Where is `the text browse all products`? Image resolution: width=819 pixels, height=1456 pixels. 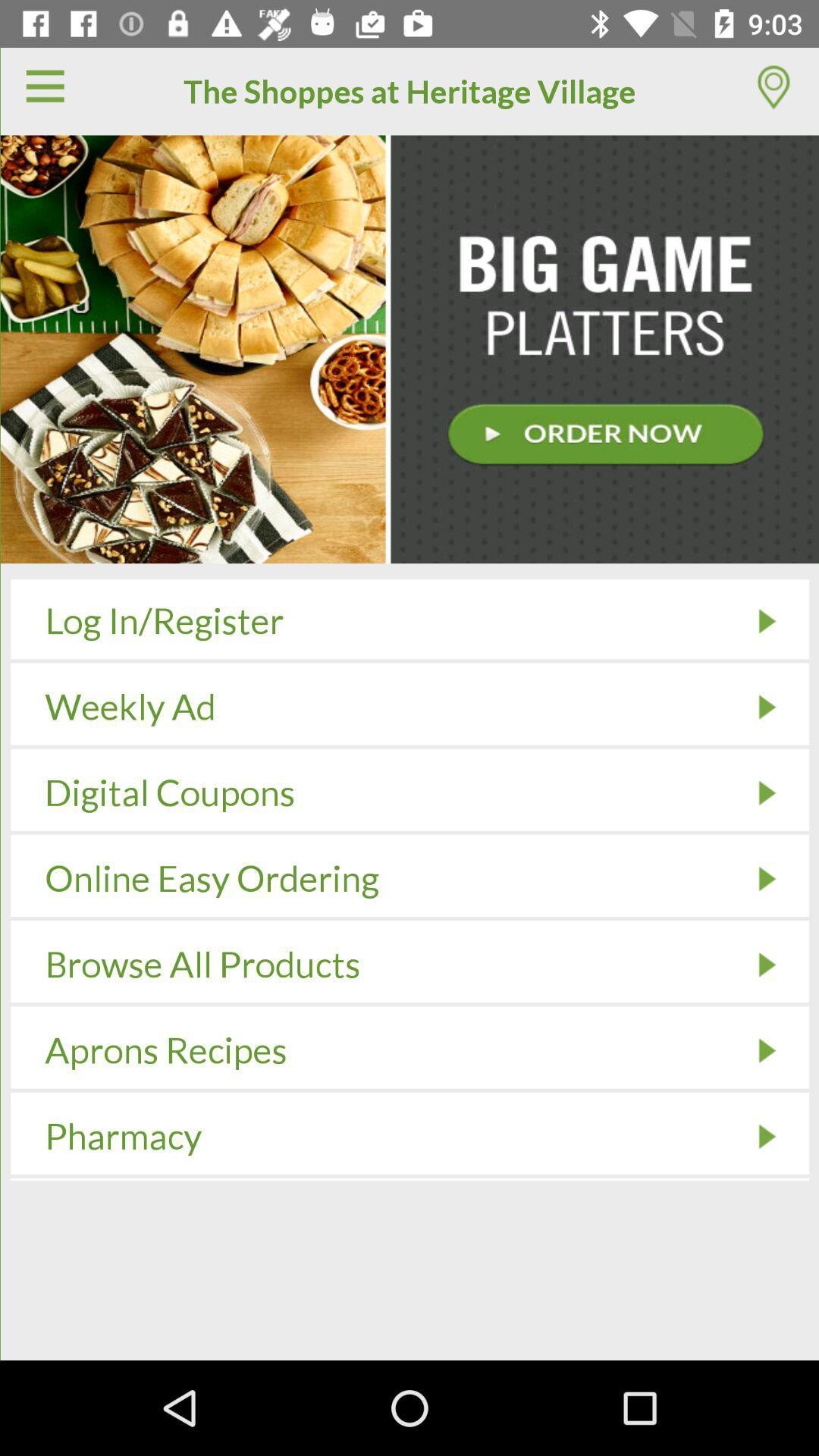 the text browse all products is located at coordinates (202, 964).